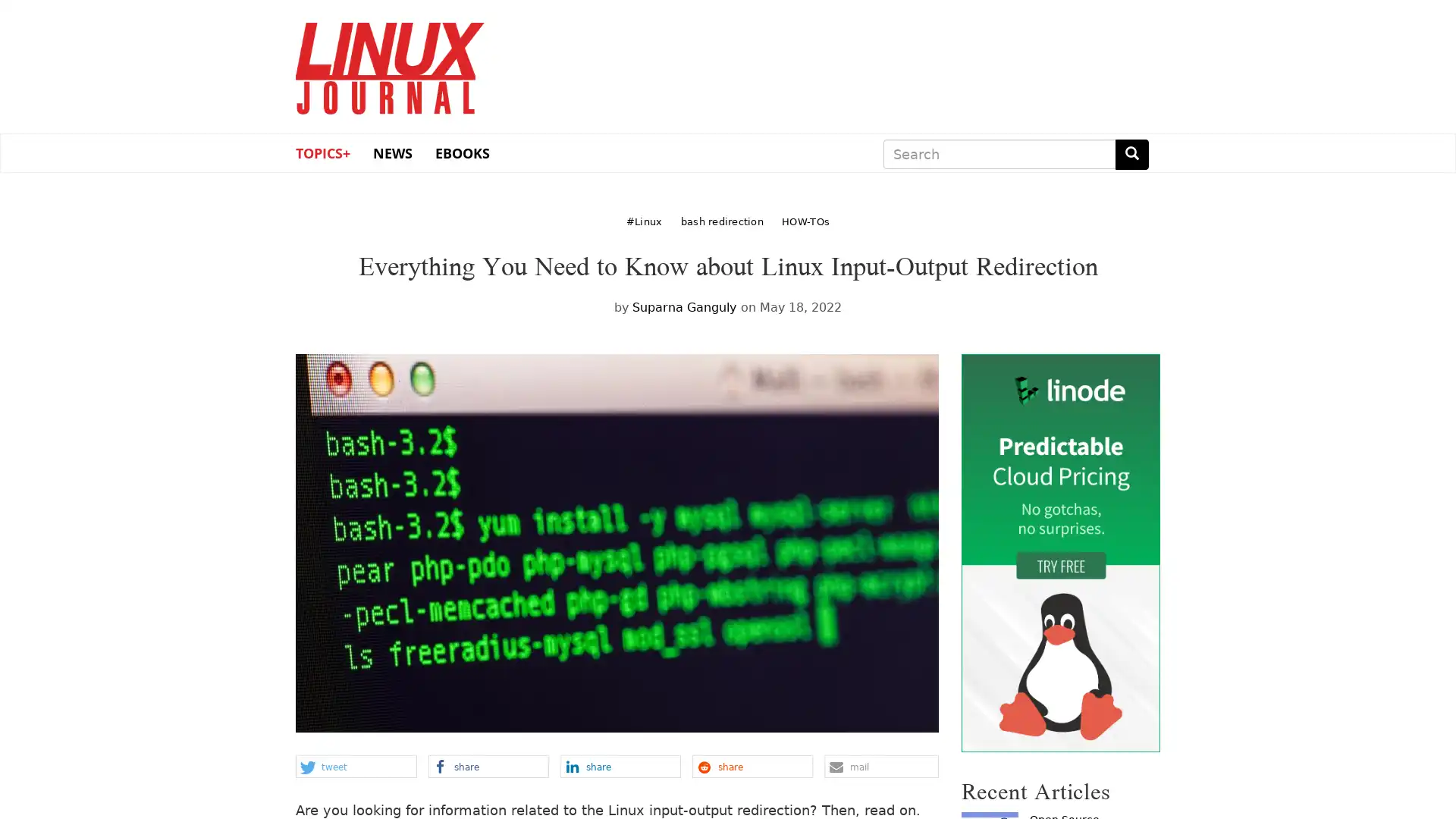 This screenshot has height=819, width=1456. Describe the element at coordinates (880, 766) in the screenshot. I see `Send by email` at that location.